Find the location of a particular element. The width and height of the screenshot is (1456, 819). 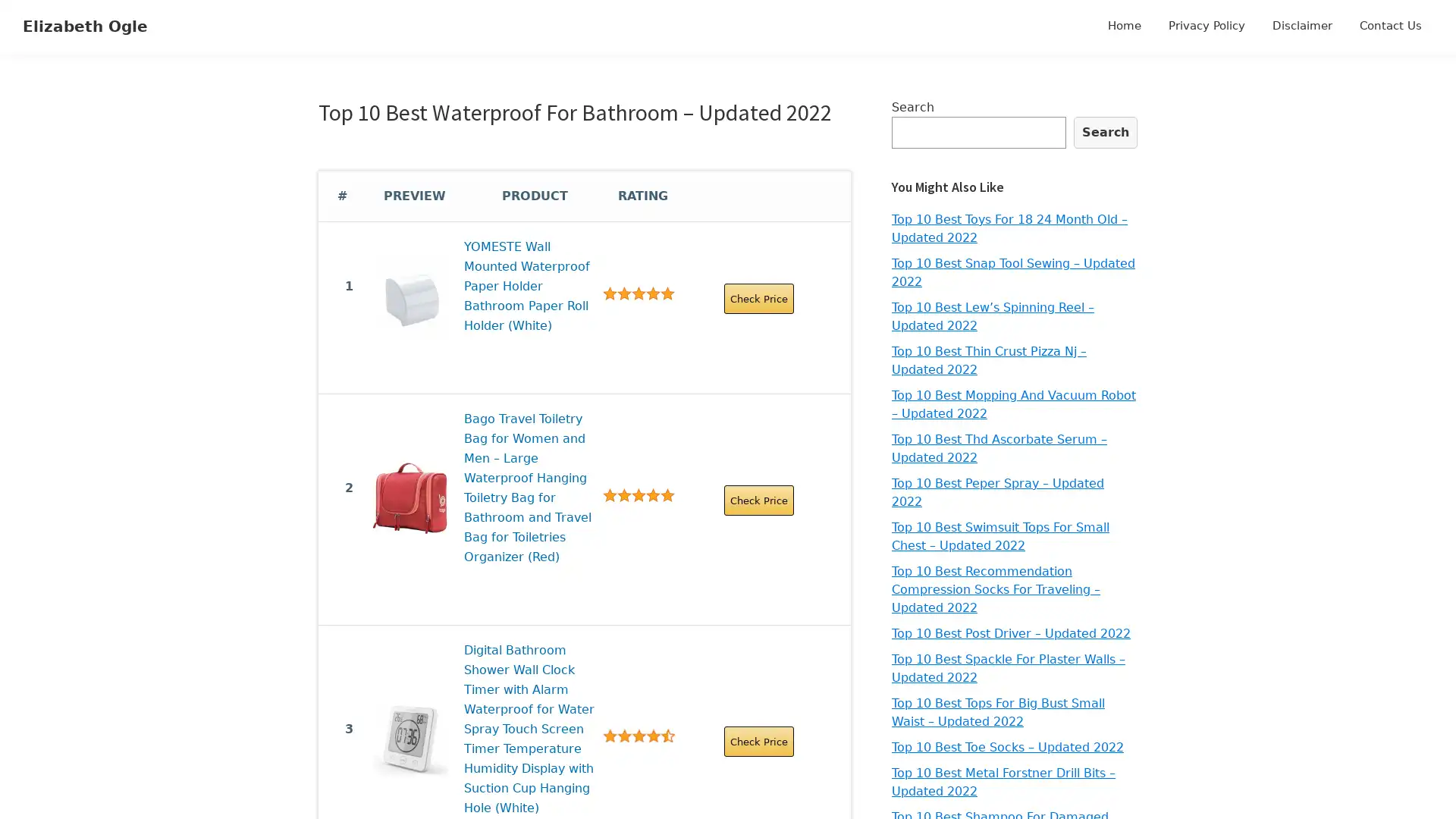

Search is located at coordinates (1106, 131).